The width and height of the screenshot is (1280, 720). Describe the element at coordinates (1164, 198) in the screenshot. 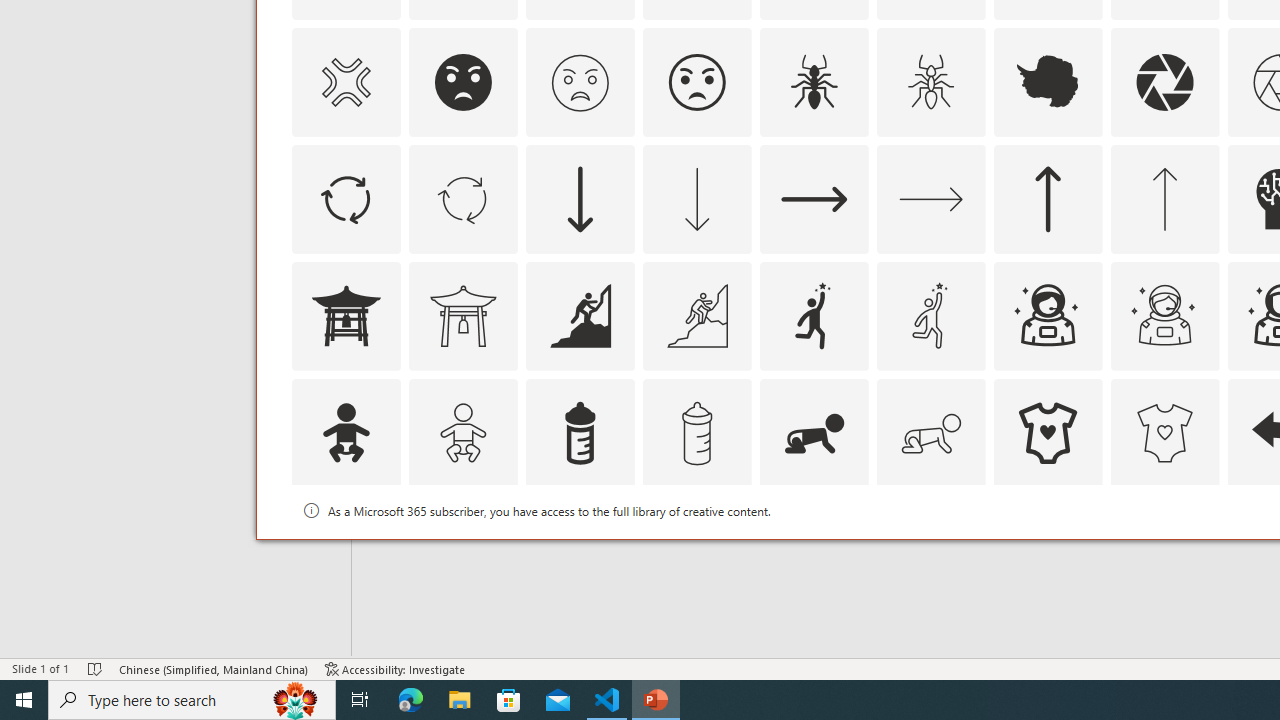

I see `'AutomationID: Icons_ArrowUp_M'` at that location.